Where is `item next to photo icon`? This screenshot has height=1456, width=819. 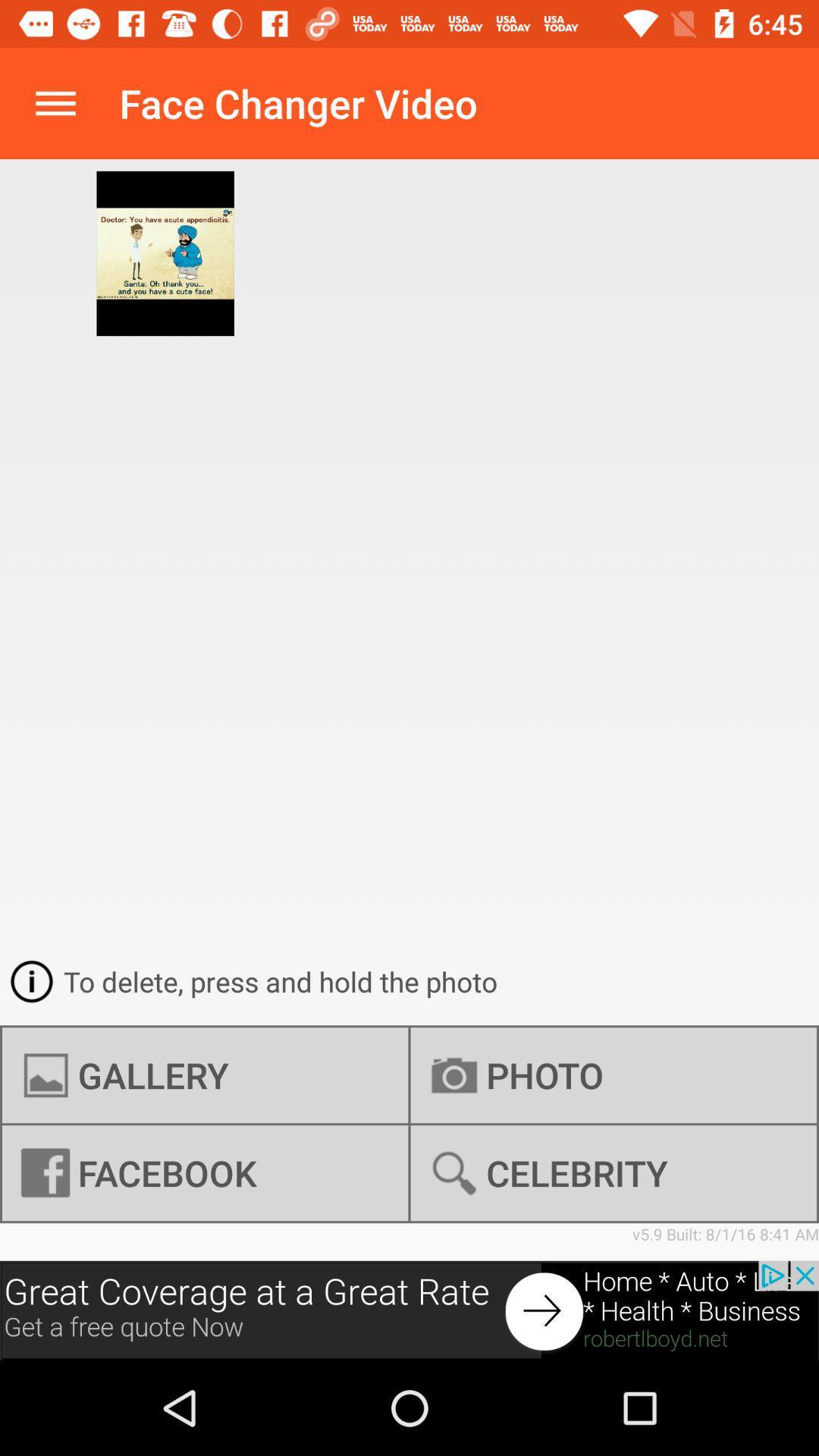 item next to photo icon is located at coordinates (205, 1172).